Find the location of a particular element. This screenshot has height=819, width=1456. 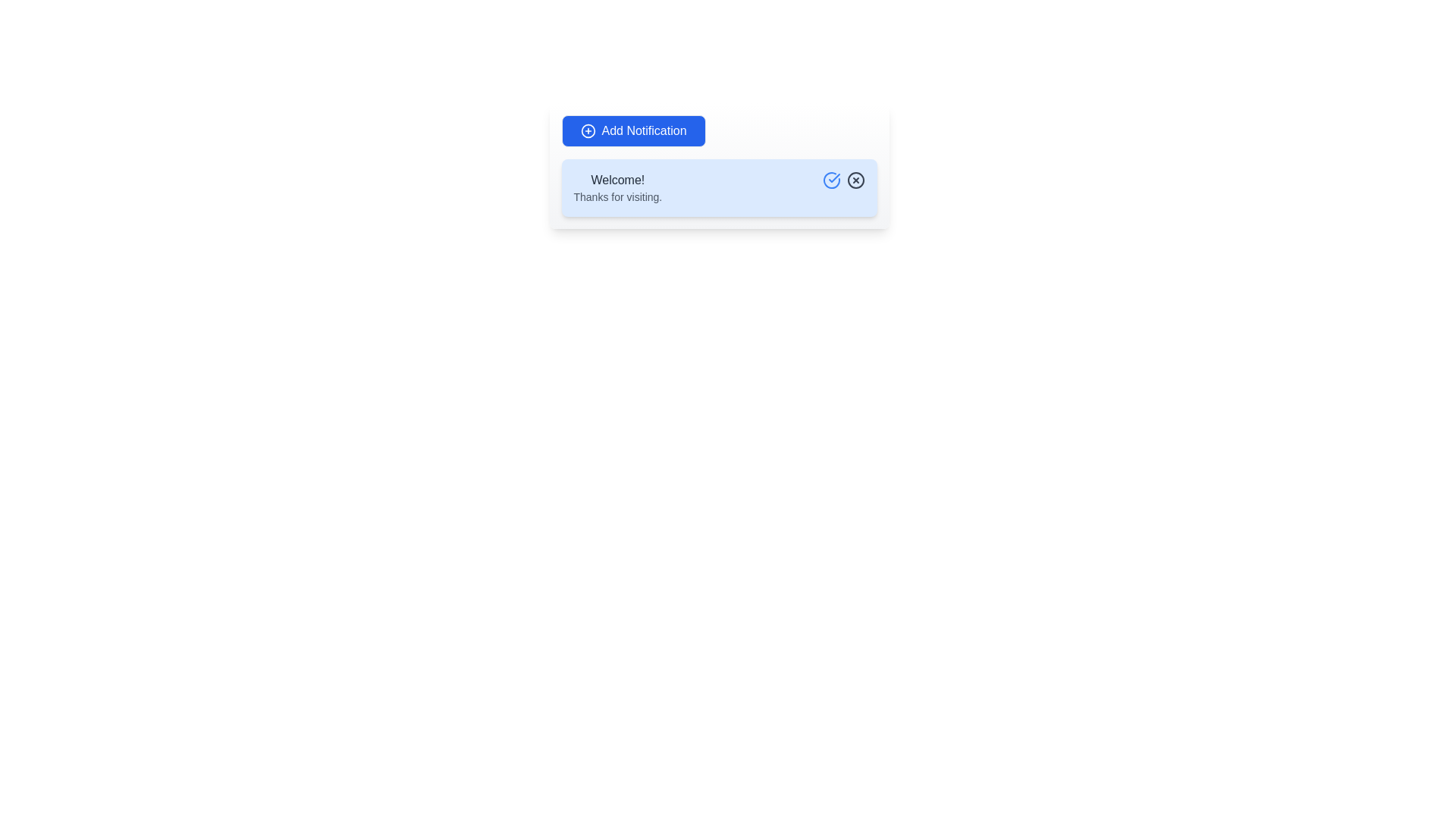

the Decorative SVG Circle element within the 'Add Notification' button, which is part of the 'circle plus' icon used for adding actions is located at coordinates (587, 130).